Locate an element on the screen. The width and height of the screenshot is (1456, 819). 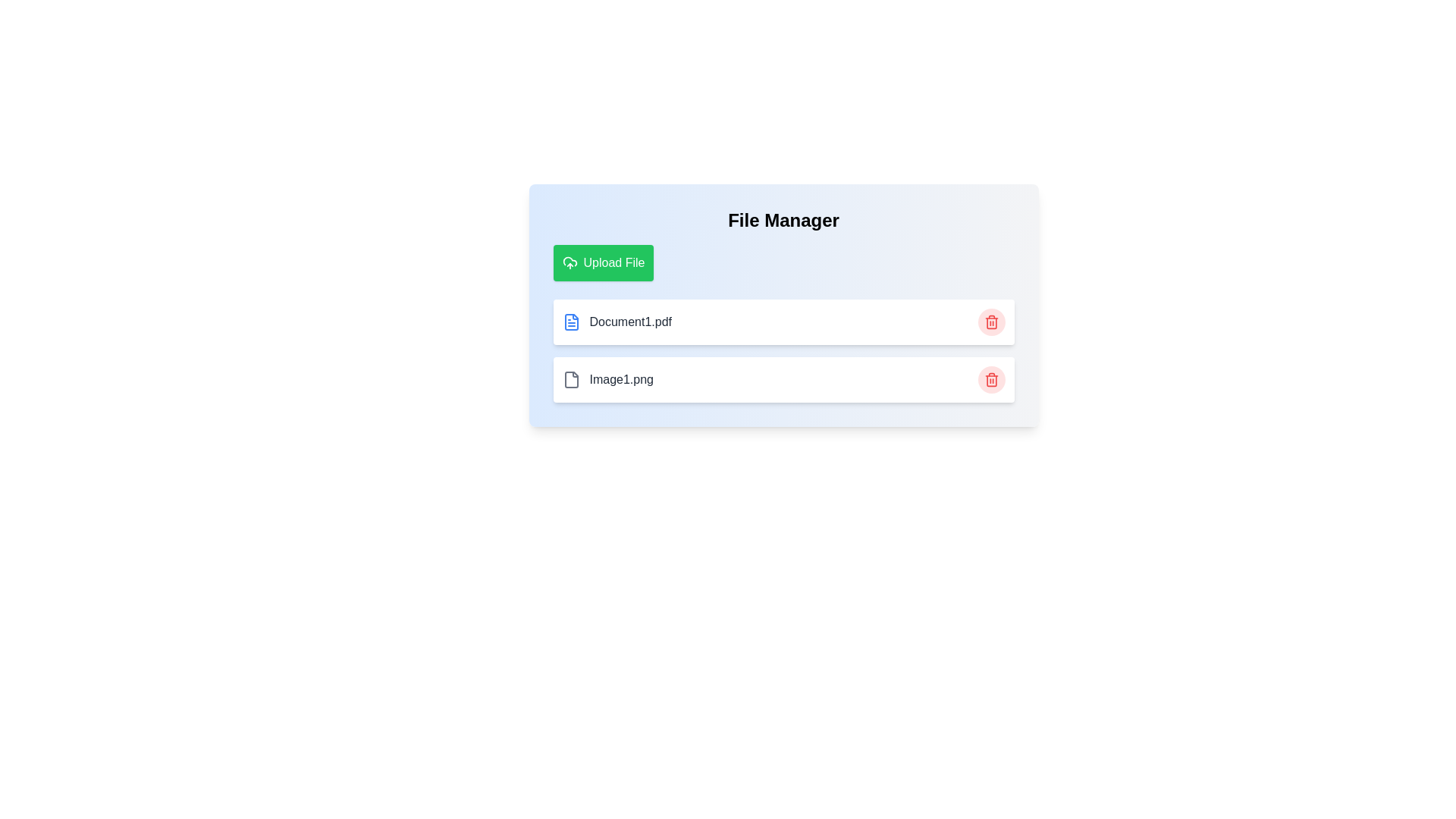
the rectangular icon resembling a file document with a white background and blue border outline, located on the left side of the first file row in the file manager interface is located at coordinates (570, 321).